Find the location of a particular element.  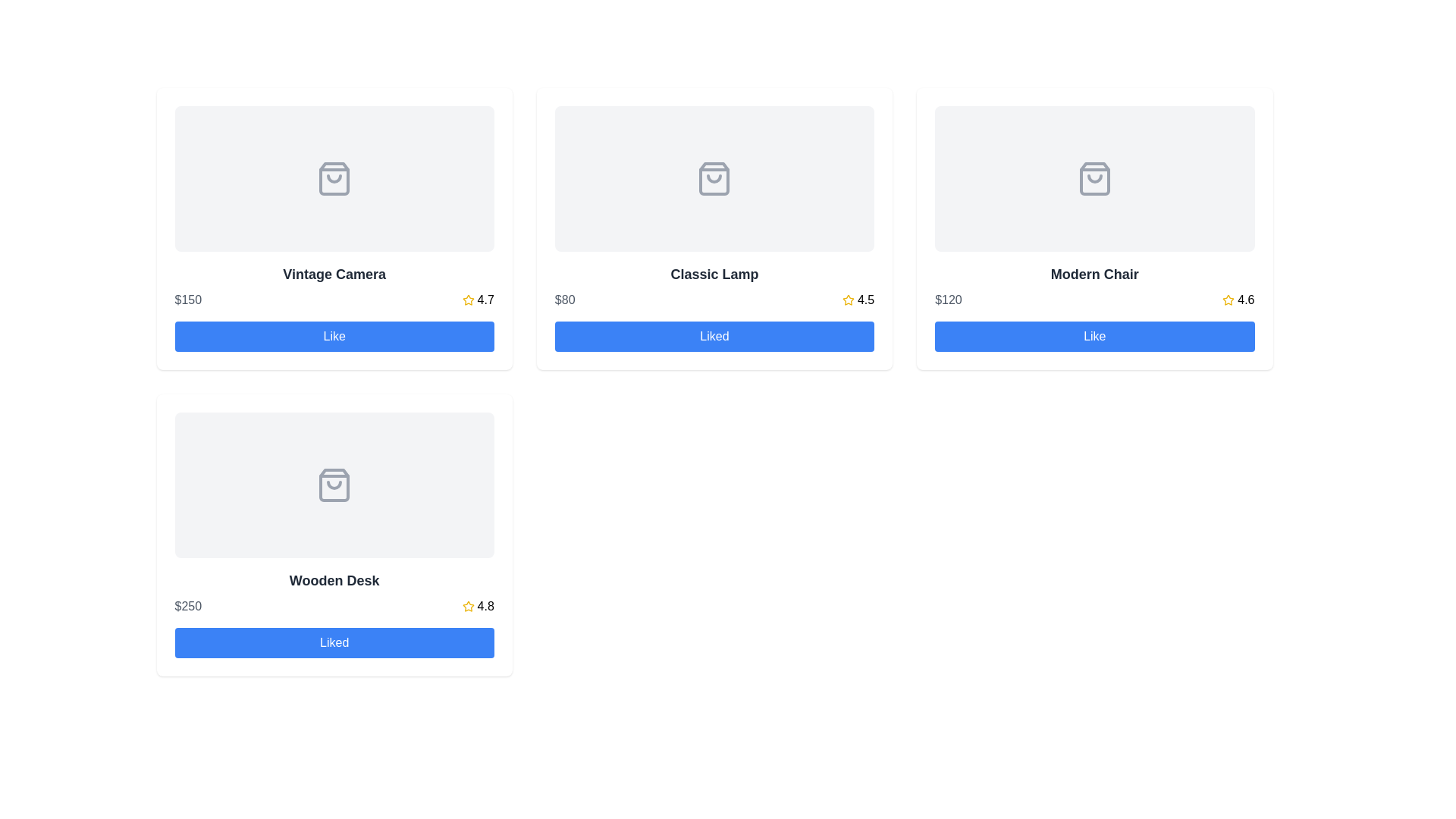

the shopping bag icon located in the upper section of the 'Modern Chair' product card, which is the third card from the left in the top row is located at coordinates (1094, 177).